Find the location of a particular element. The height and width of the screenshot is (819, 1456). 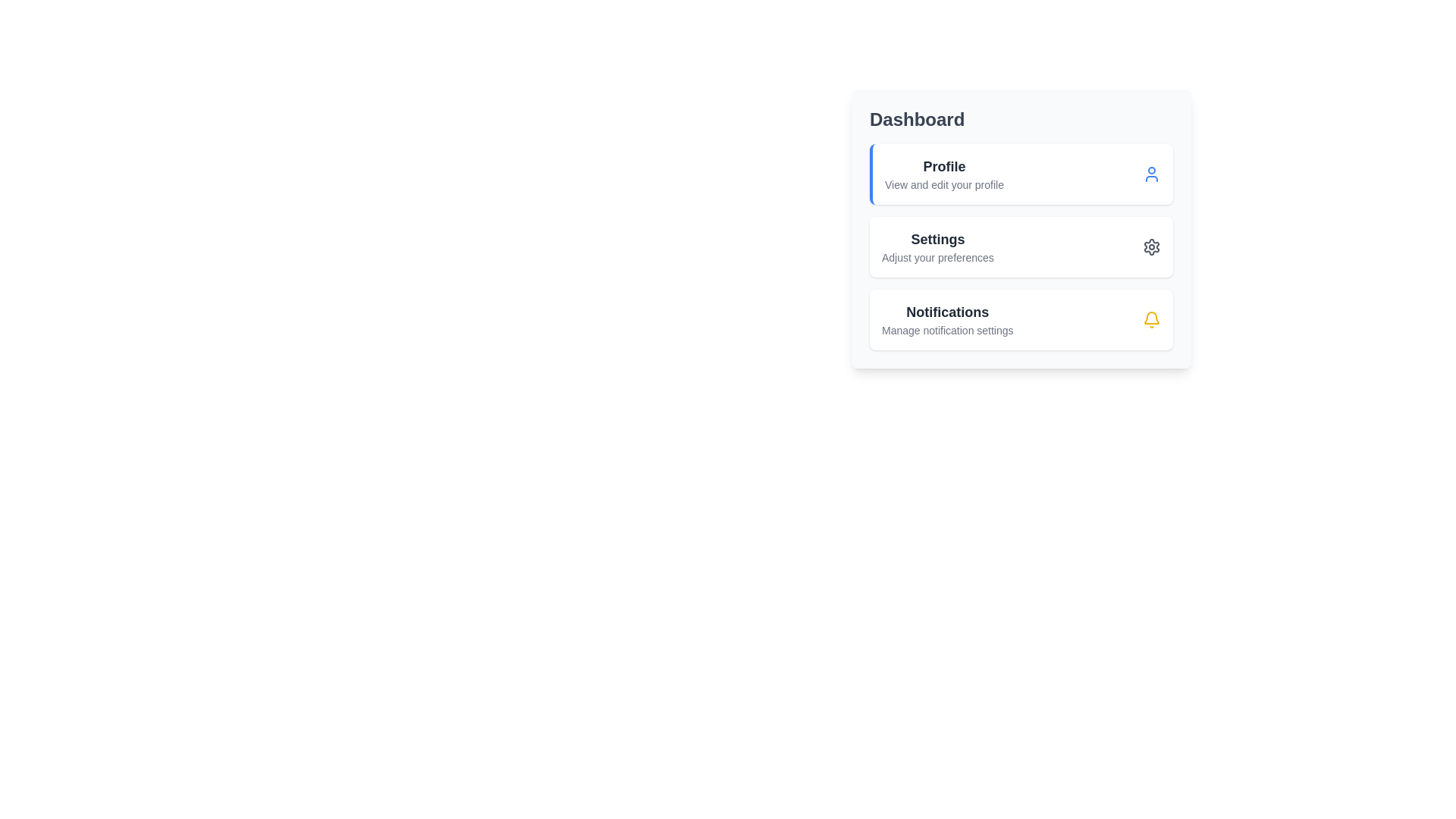

the section header text for notification settings located in the lower third of the vertical stack beneath 'Settings' is located at coordinates (946, 318).